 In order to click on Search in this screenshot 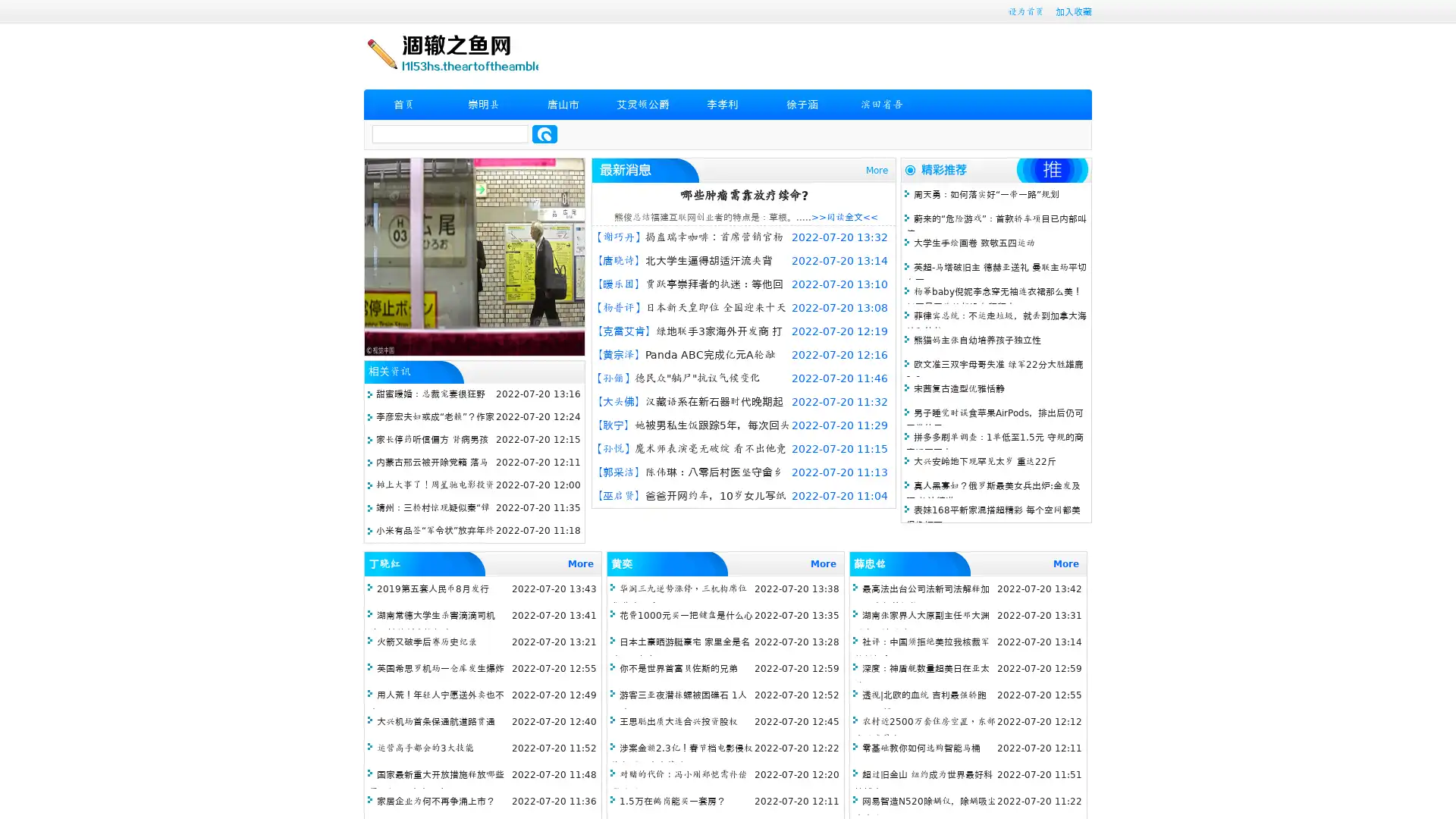, I will do `click(544, 133)`.